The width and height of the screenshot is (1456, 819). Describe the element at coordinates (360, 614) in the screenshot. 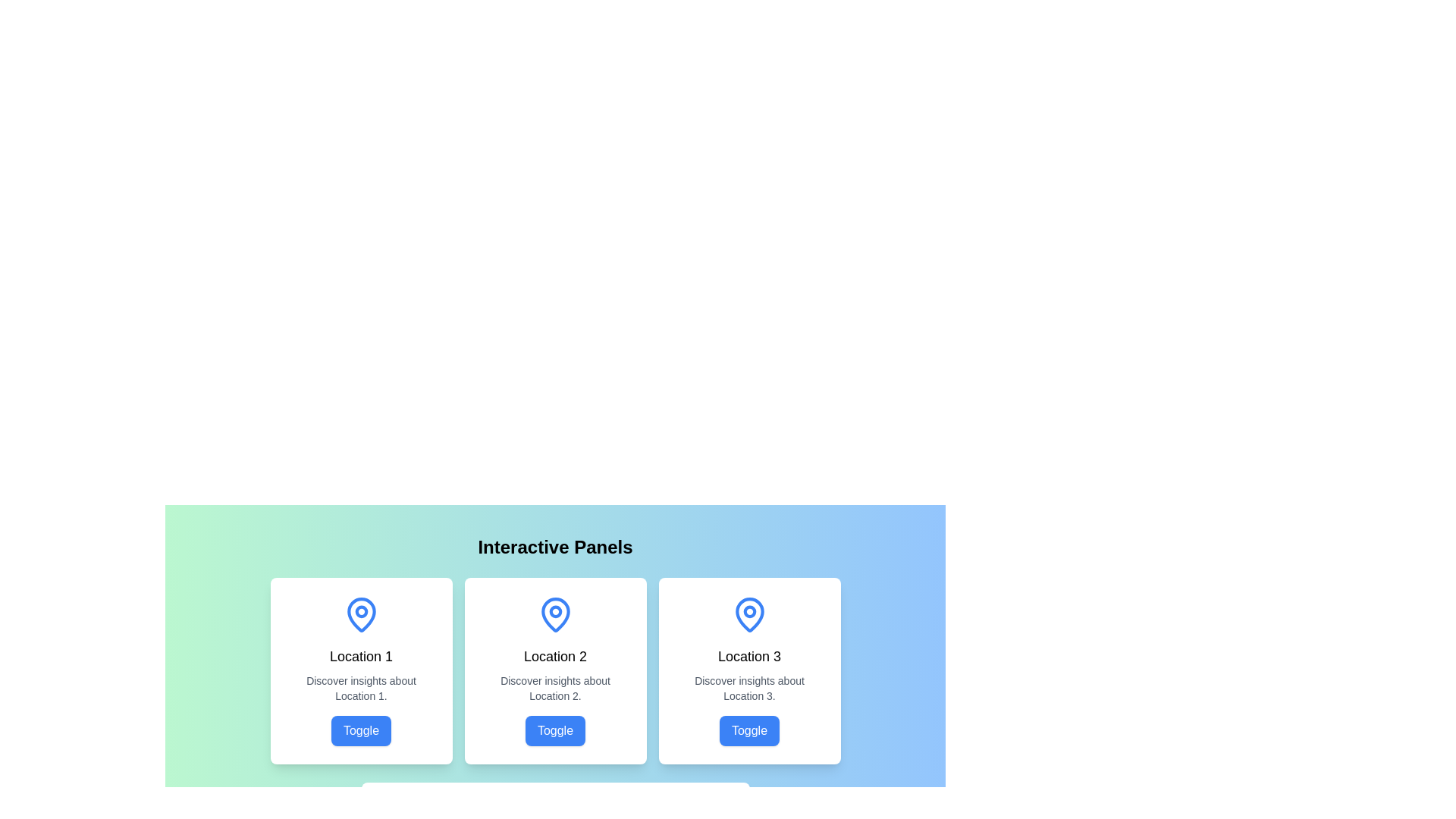

I see `the blue map pin icon located at the top-center of the card labeled 'Location 1'` at that location.